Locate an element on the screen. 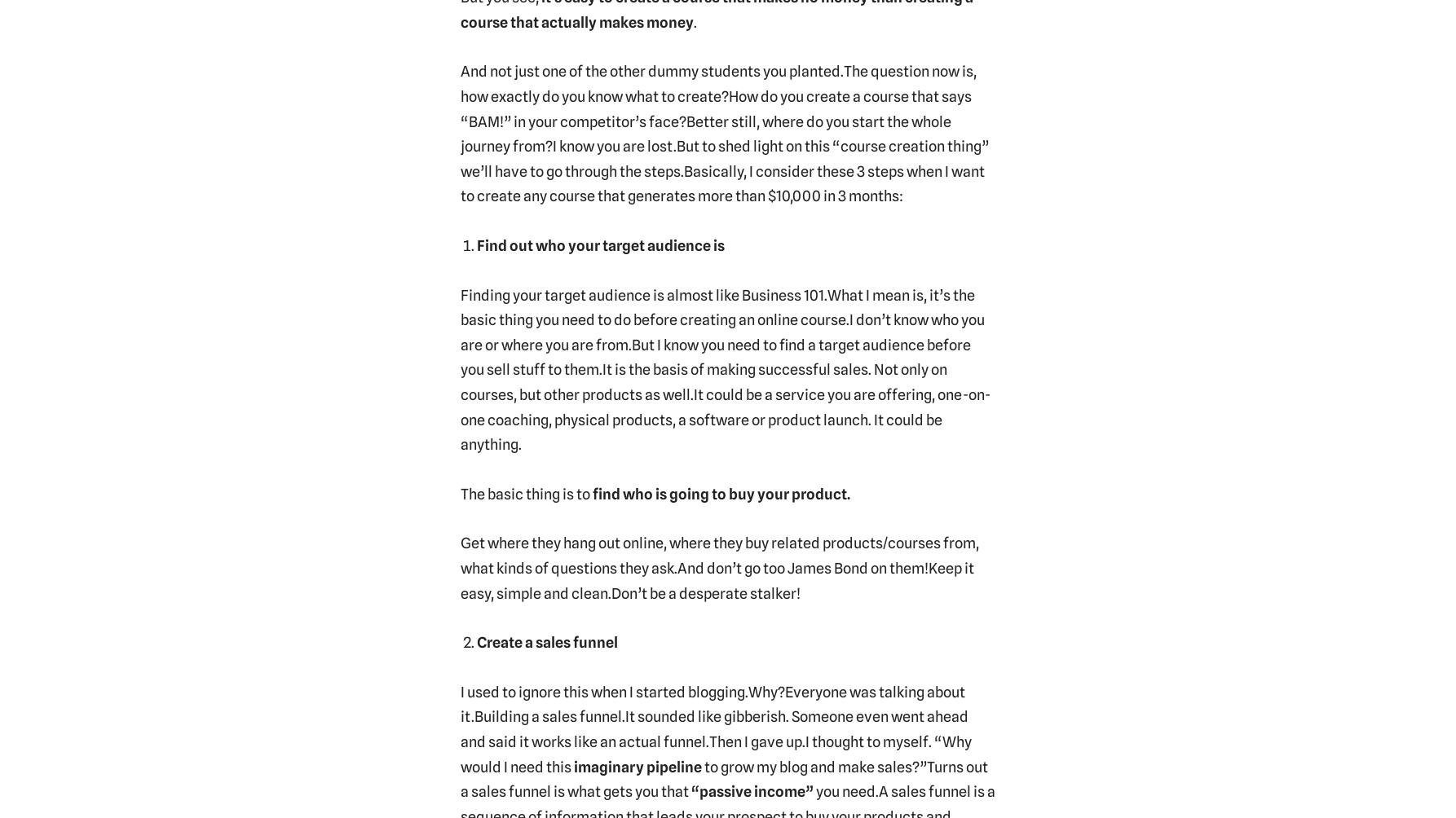  'Don’t be a desperate stalker!' is located at coordinates (704, 592).